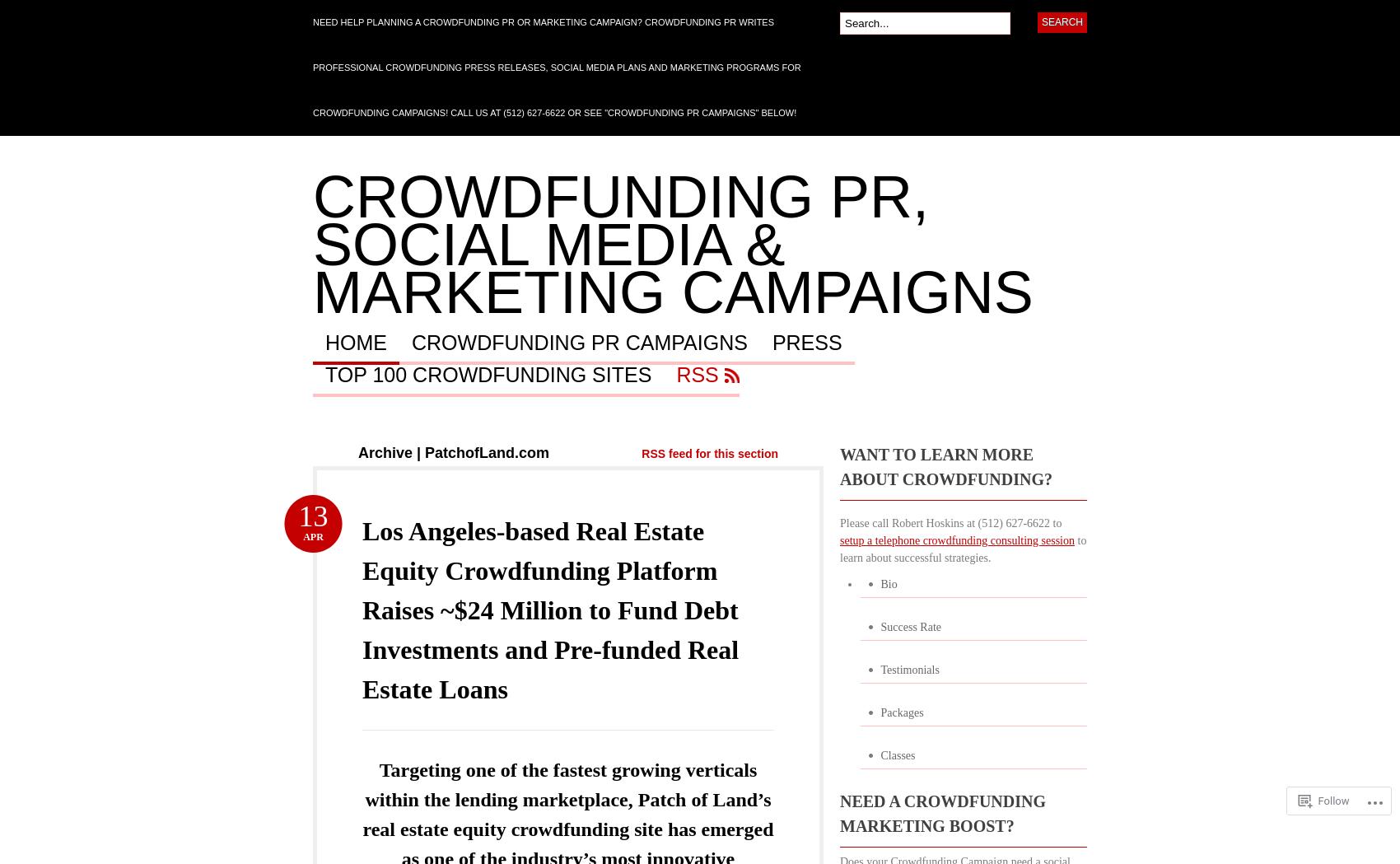  Describe the element at coordinates (880, 584) in the screenshot. I see `'Bio'` at that location.